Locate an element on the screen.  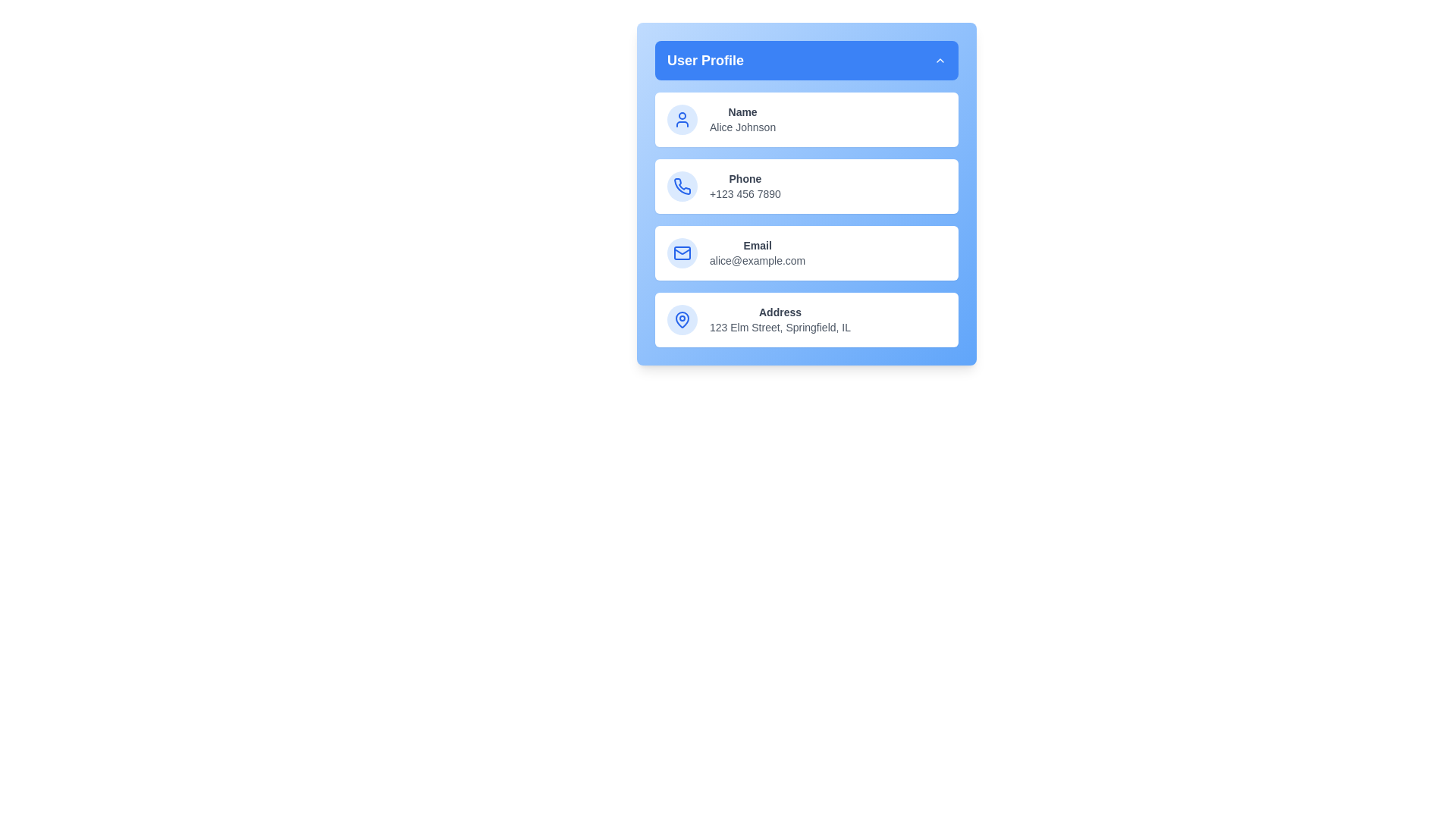
the Informational card that displays the user's name, located at the top of the user profile section is located at coordinates (806, 119).